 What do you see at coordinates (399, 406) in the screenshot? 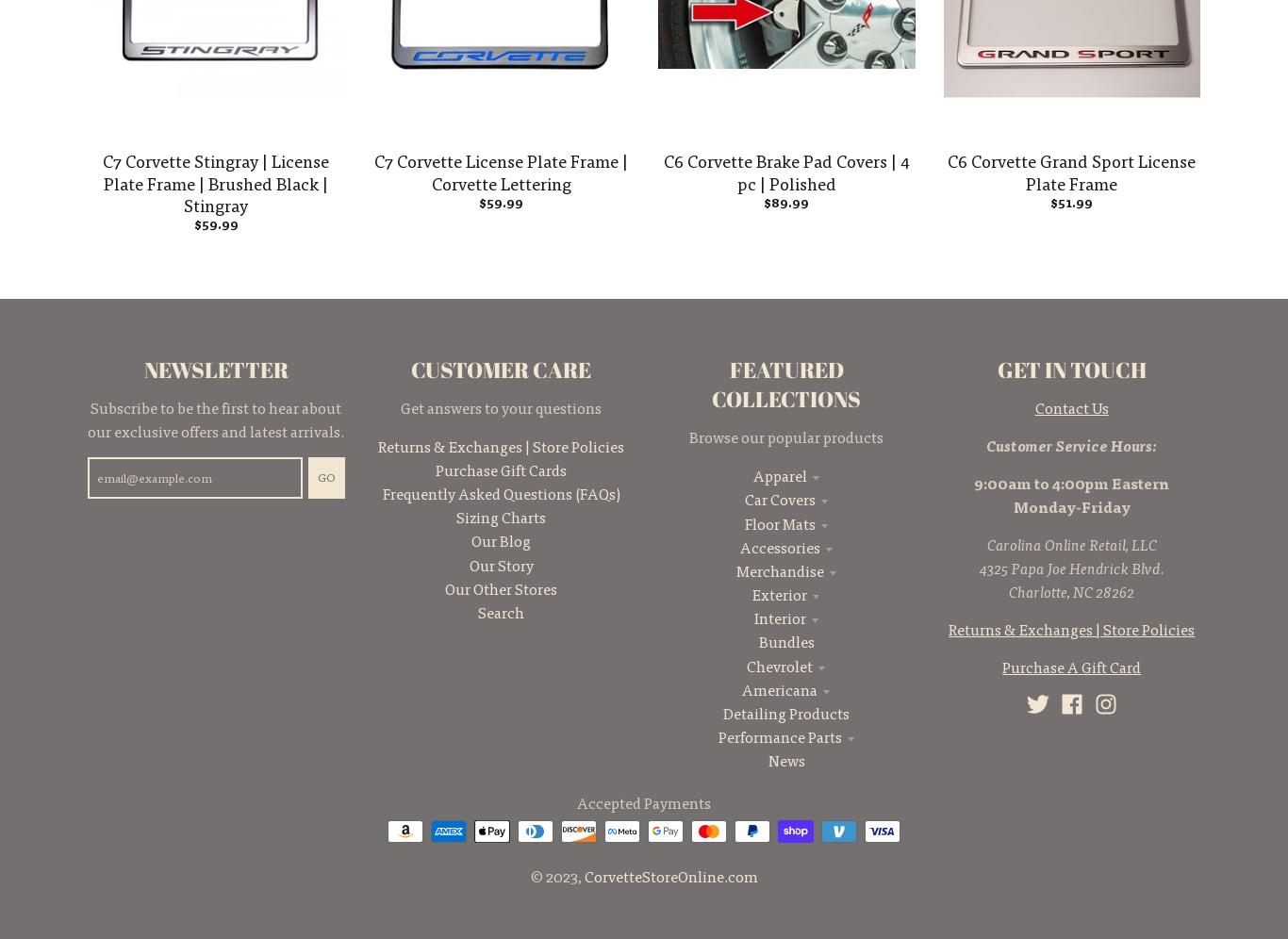
I see `'Get answers to your questions'` at bounding box center [399, 406].